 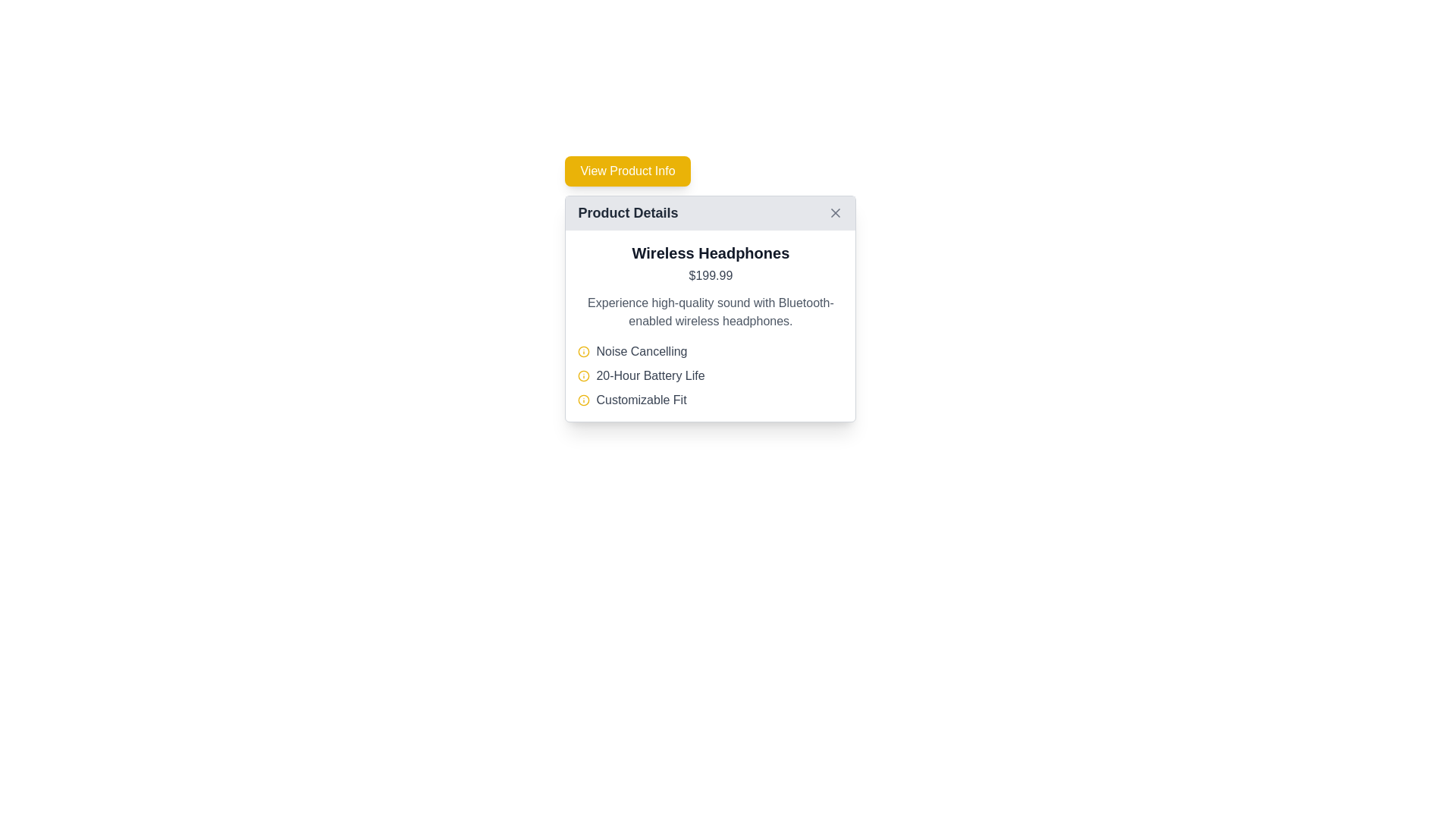 What do you see at coordinates (710, 312) in the screenshot?
I see `text displayed in the text component that describes the product as 'Experience high-quality sound with Bluetooth-enabled wireless headphones.' This text is medium-sized, gray-colored, and located within a product details card, specifically positioned beneath the price and above the features list` at bounding box center [710, 312].